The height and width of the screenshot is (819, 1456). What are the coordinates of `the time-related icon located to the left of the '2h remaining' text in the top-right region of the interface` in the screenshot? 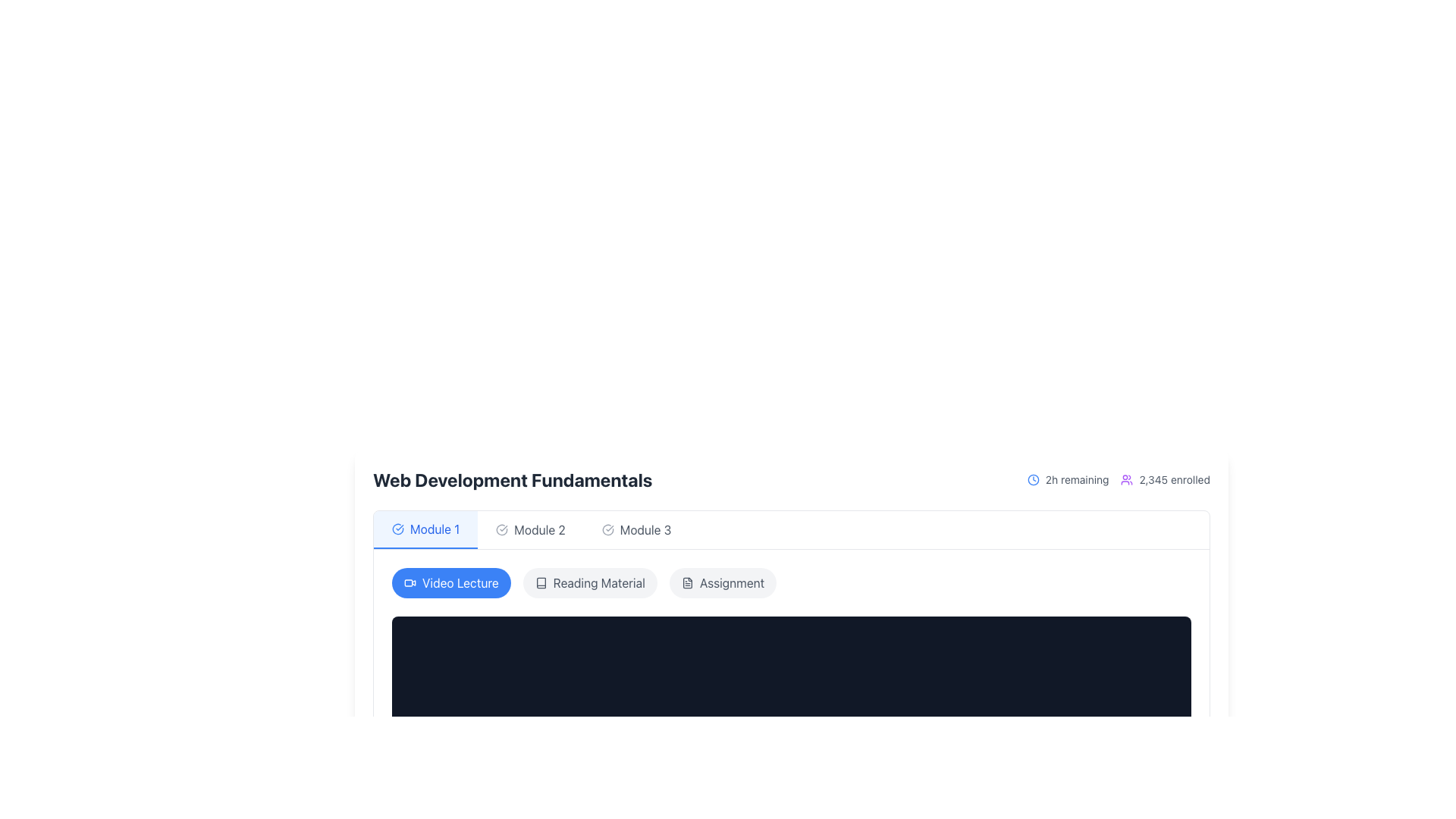 It's located at (1032, 479).